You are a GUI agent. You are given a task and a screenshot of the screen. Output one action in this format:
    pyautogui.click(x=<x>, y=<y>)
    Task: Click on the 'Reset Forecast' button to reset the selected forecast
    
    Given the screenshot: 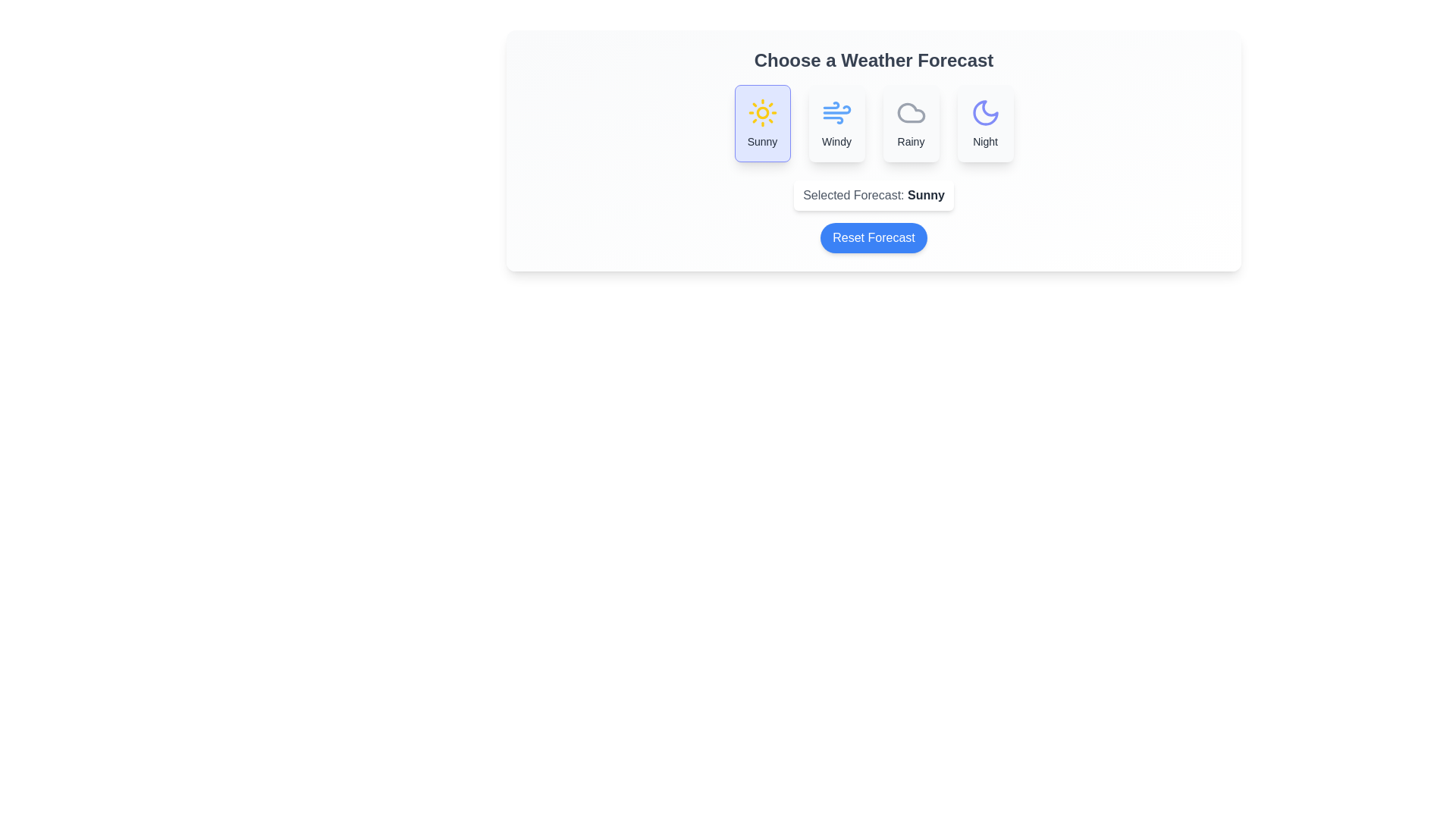 What is the action you would take?
    pyautogui.click(x=874, y=237)
    